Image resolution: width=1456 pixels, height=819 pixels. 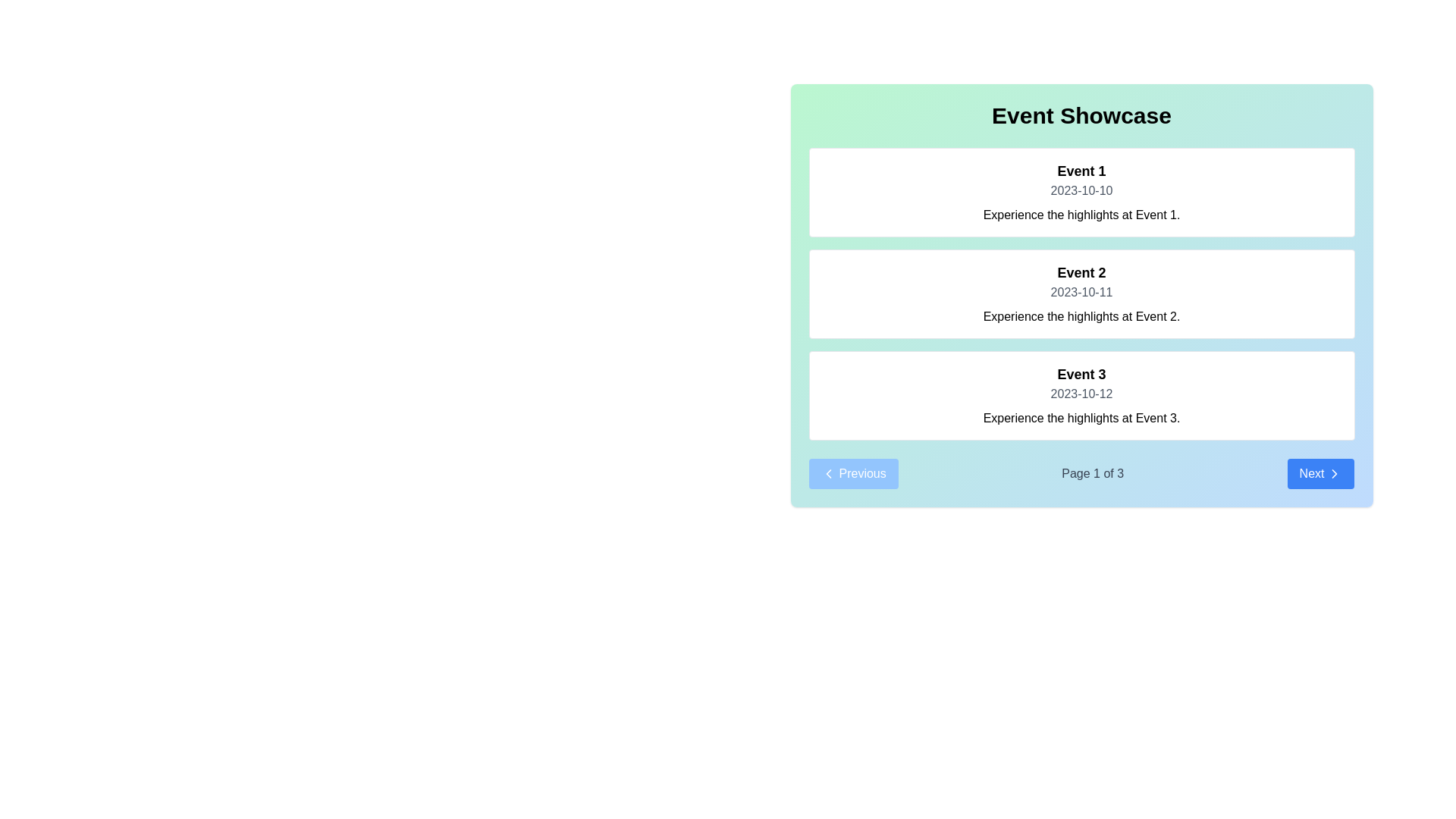 What do you see at coordinates (1081, 394) in the screenshot?
I see `the date label displaying '2023-10-12' for 'Event 3' in the third card of the 'Event Showcase' vertical list` at bounding box center [1081, 394].